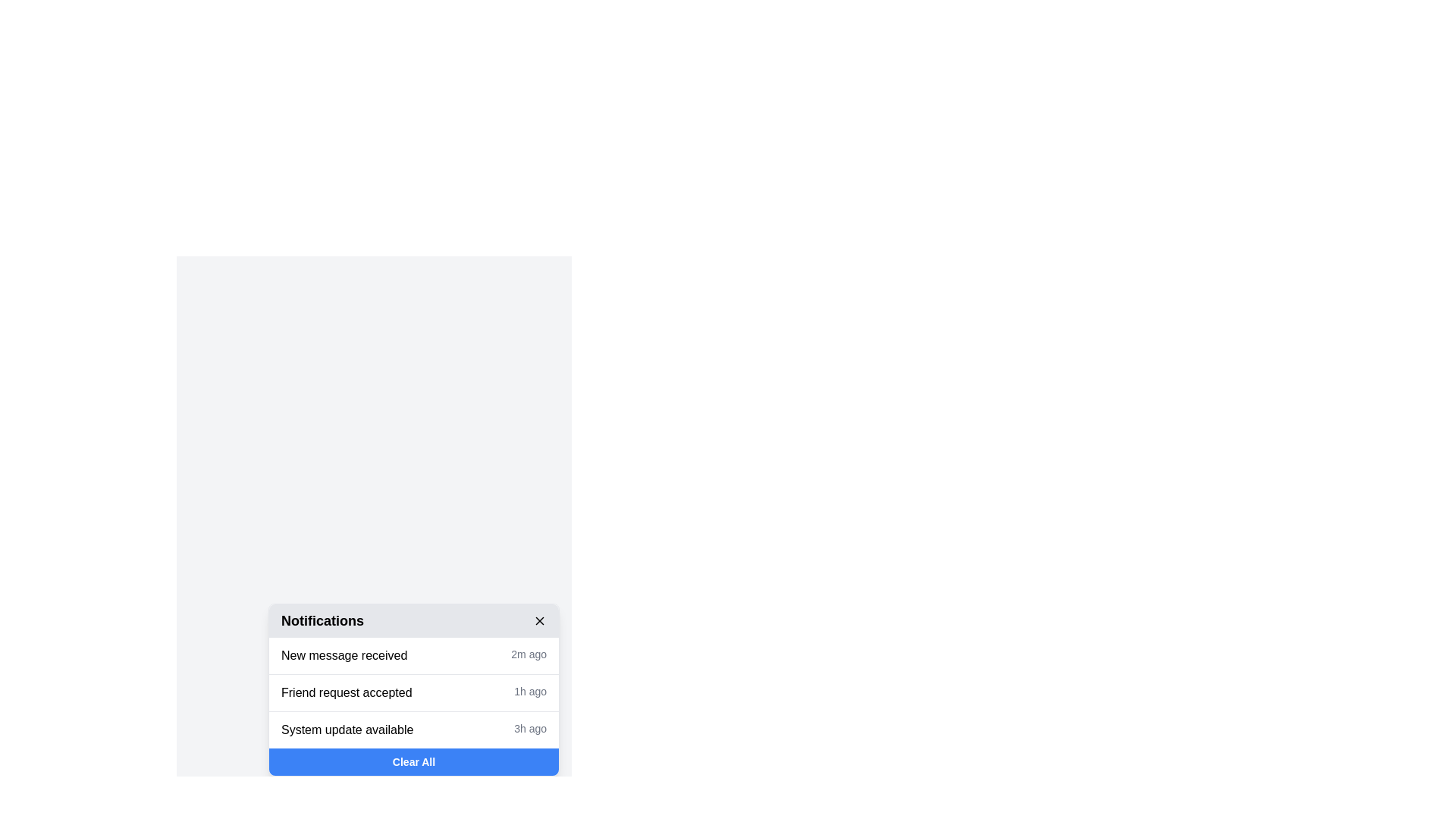 Image resolution: width=1456 pixels, height=819 pixels. I want to click on the close icon segment located in the top-right corner of the 'Notifications' box, so click(539, 620).